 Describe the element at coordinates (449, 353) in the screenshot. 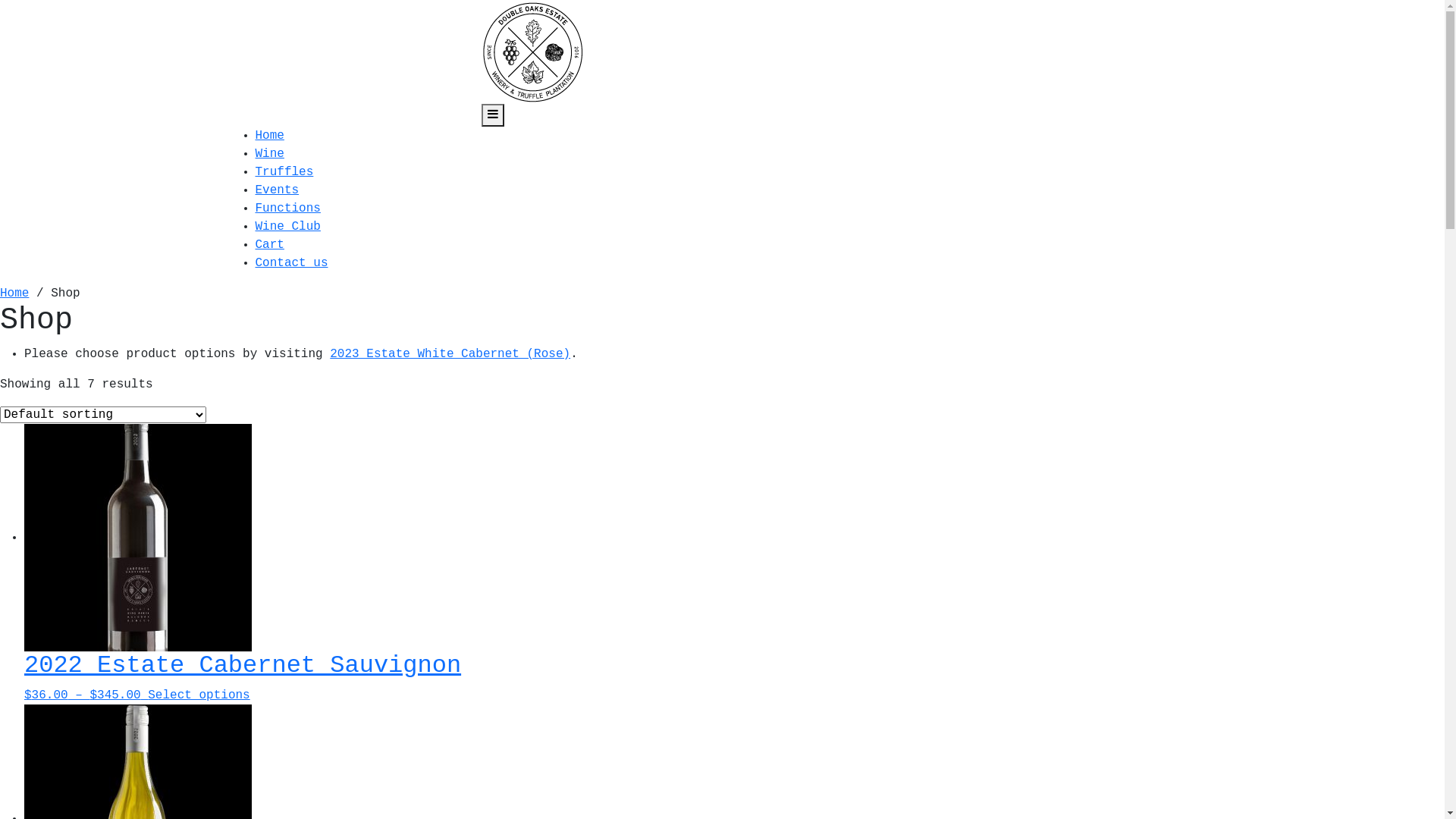

I see `'2023 Estate White Cabernet (Rose)'` at that location.